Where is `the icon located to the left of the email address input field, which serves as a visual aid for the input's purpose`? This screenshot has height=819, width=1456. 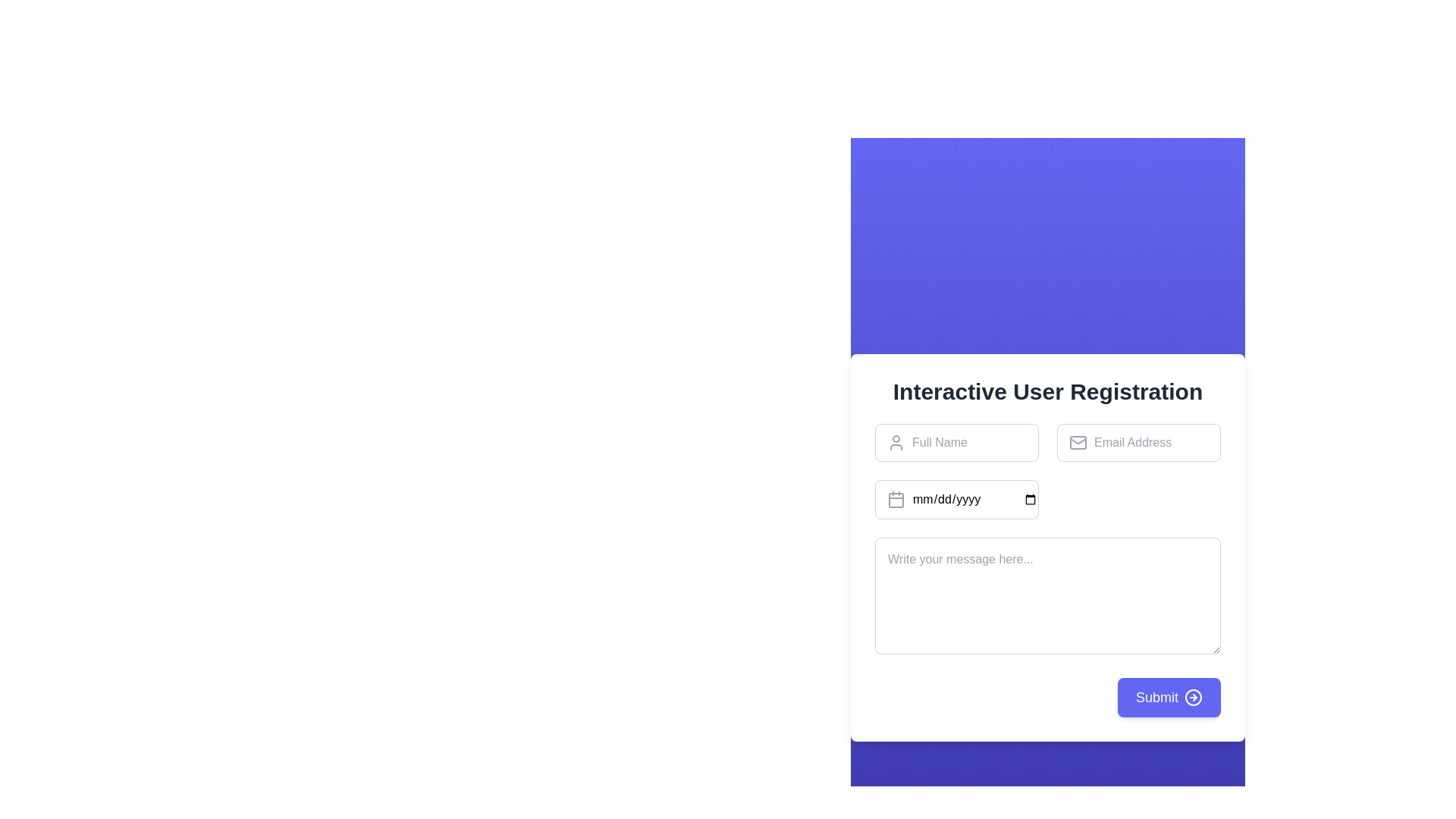
the icon located to the left of the email address input field, which serves as a visual aid for the input's purpose is located at coordinates (1077, 441).